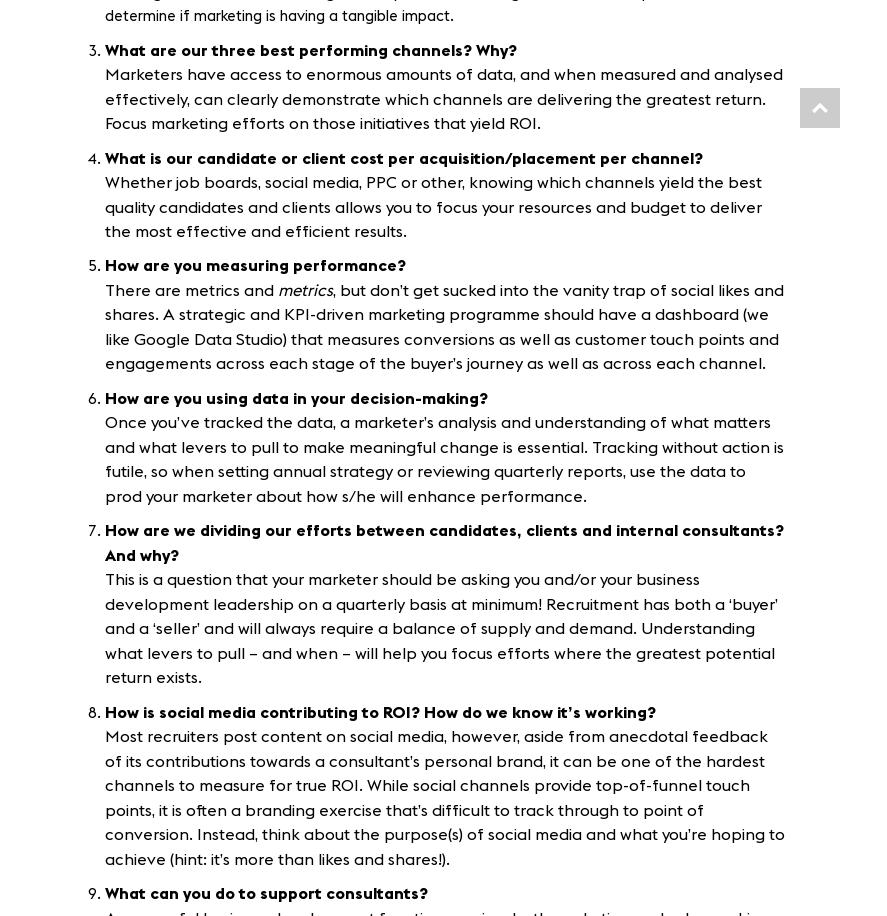 The height and width of the screenshot is (916, 887). I want to click on 'What can you do to support consultants?', so click(267, 893).